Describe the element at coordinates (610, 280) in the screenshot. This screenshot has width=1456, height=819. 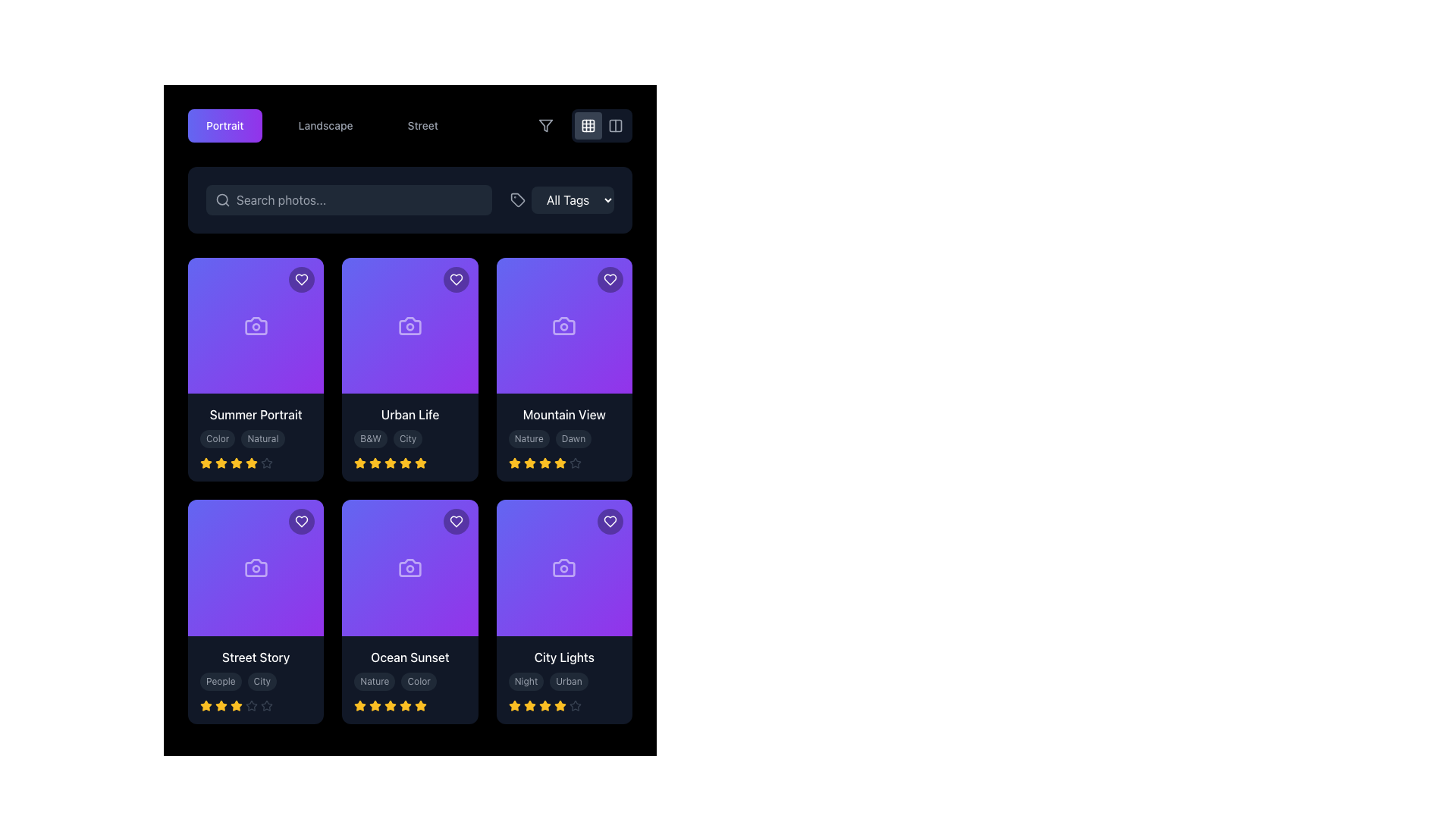
I see `the heart icon in the upper-right corner of the 'Mountain View' card to mark it as favorite` at that location.